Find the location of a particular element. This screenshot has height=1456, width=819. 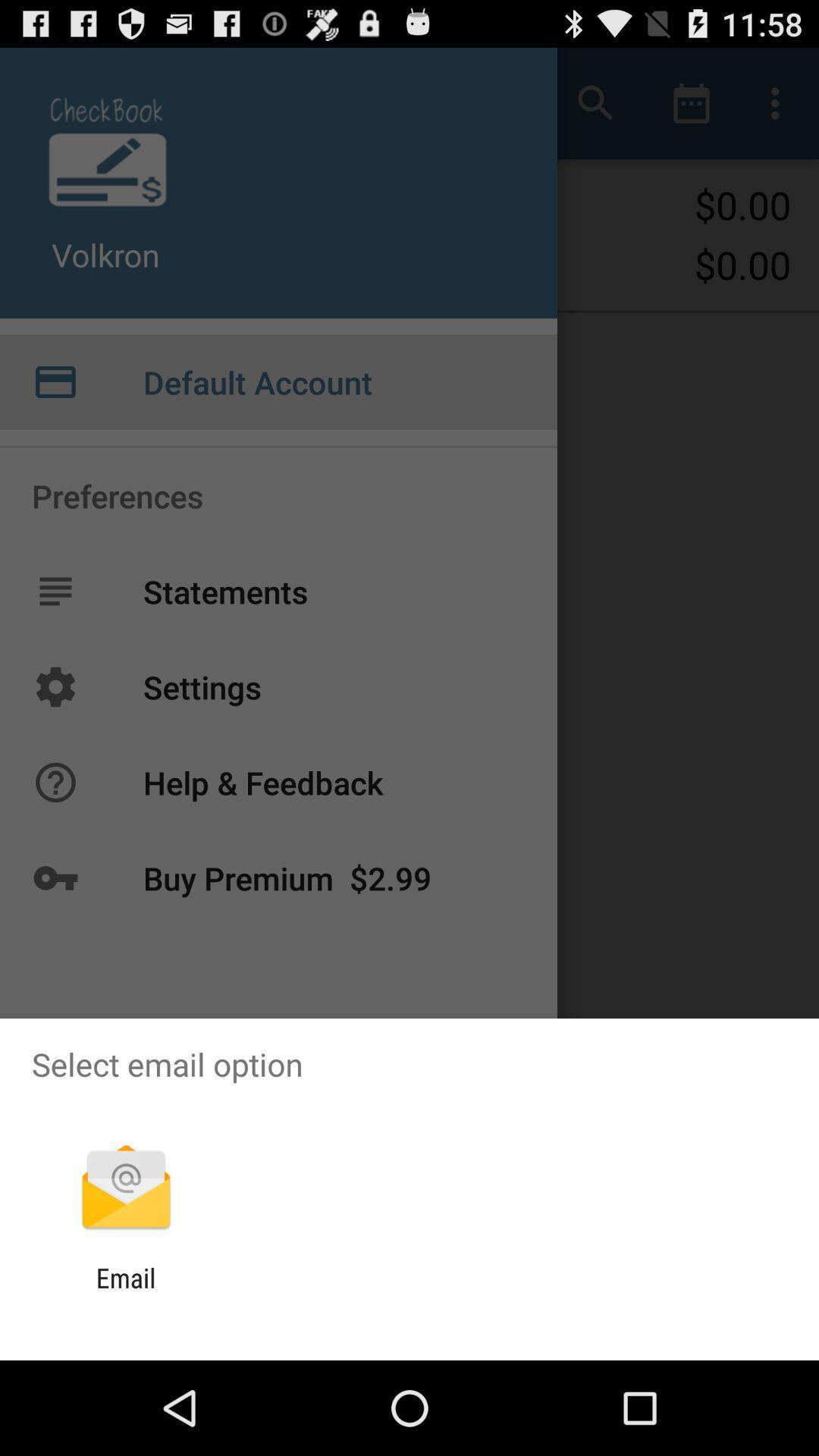

app above email item is located at coordinates (125, 1188).